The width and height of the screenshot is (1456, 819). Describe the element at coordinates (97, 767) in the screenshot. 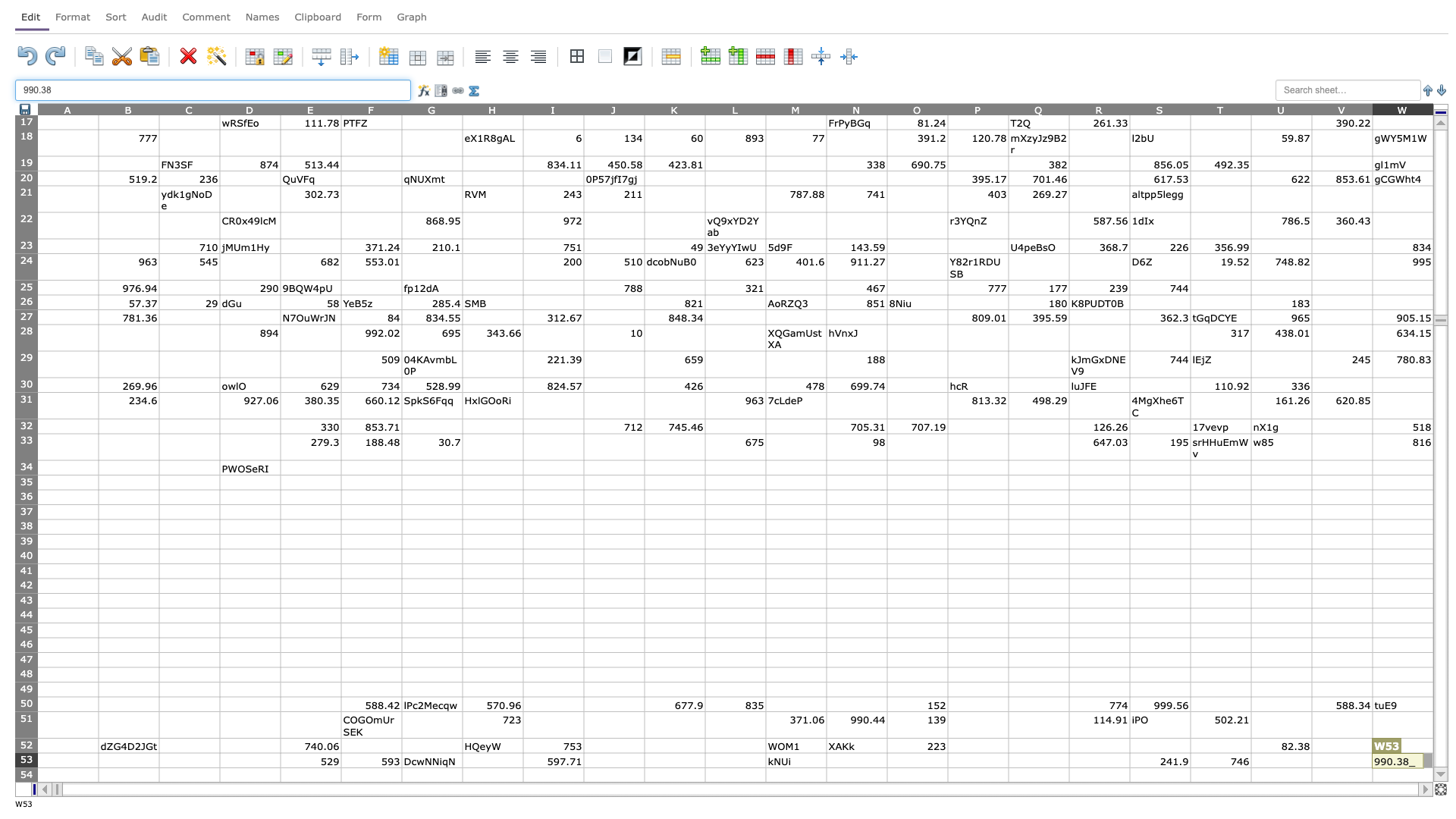

I see `Upper left of B54` at that location.